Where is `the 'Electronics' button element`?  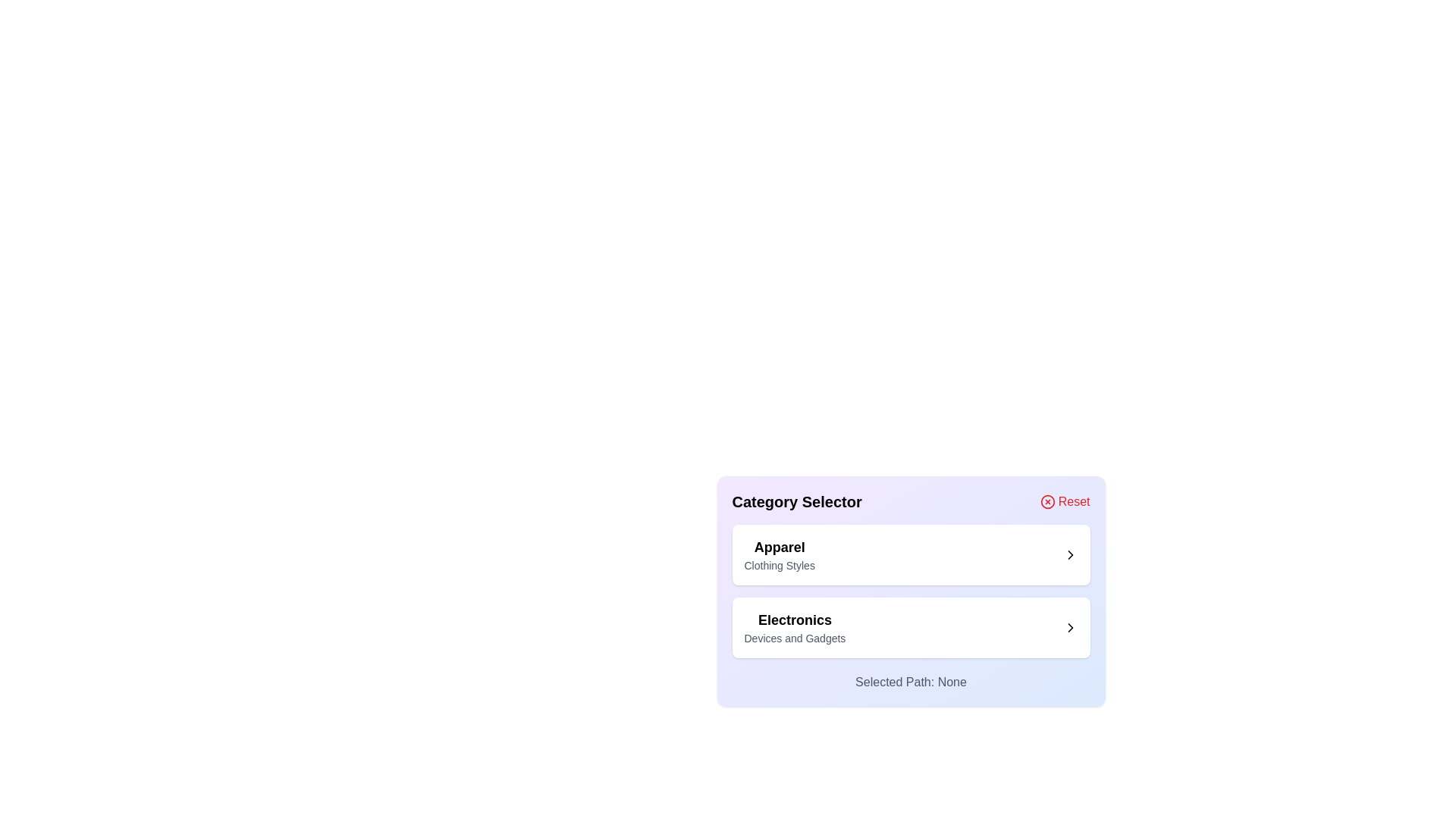
the 'Electronics' button element is located at coordinates (910, 628).